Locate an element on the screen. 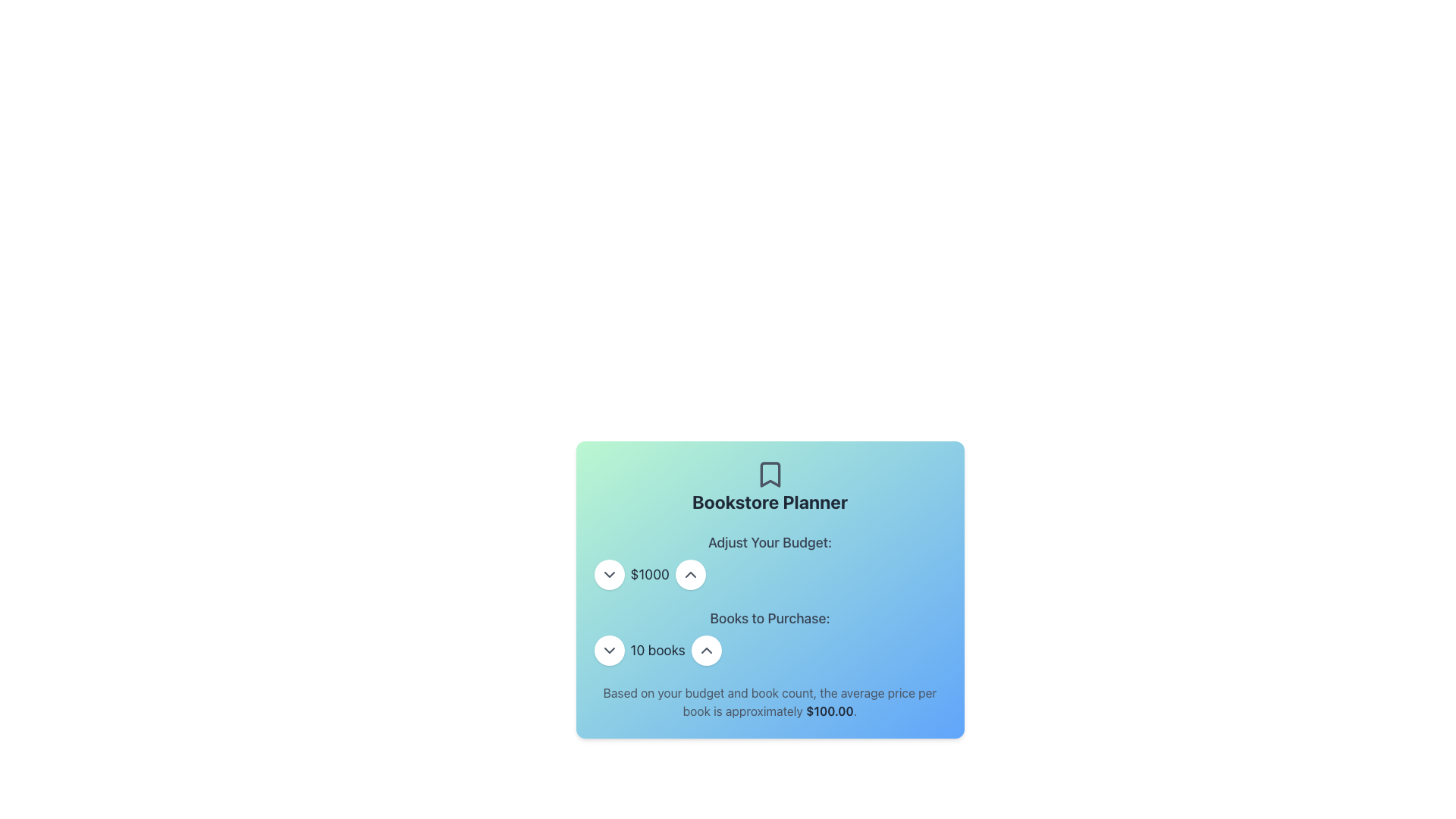 Image resolution: width=1456 pixels, height=819 pixels. the text display that shows the calculated average price per book, positioned beneath 'Books to Purchase:.' is located at coordinates (770, 701).